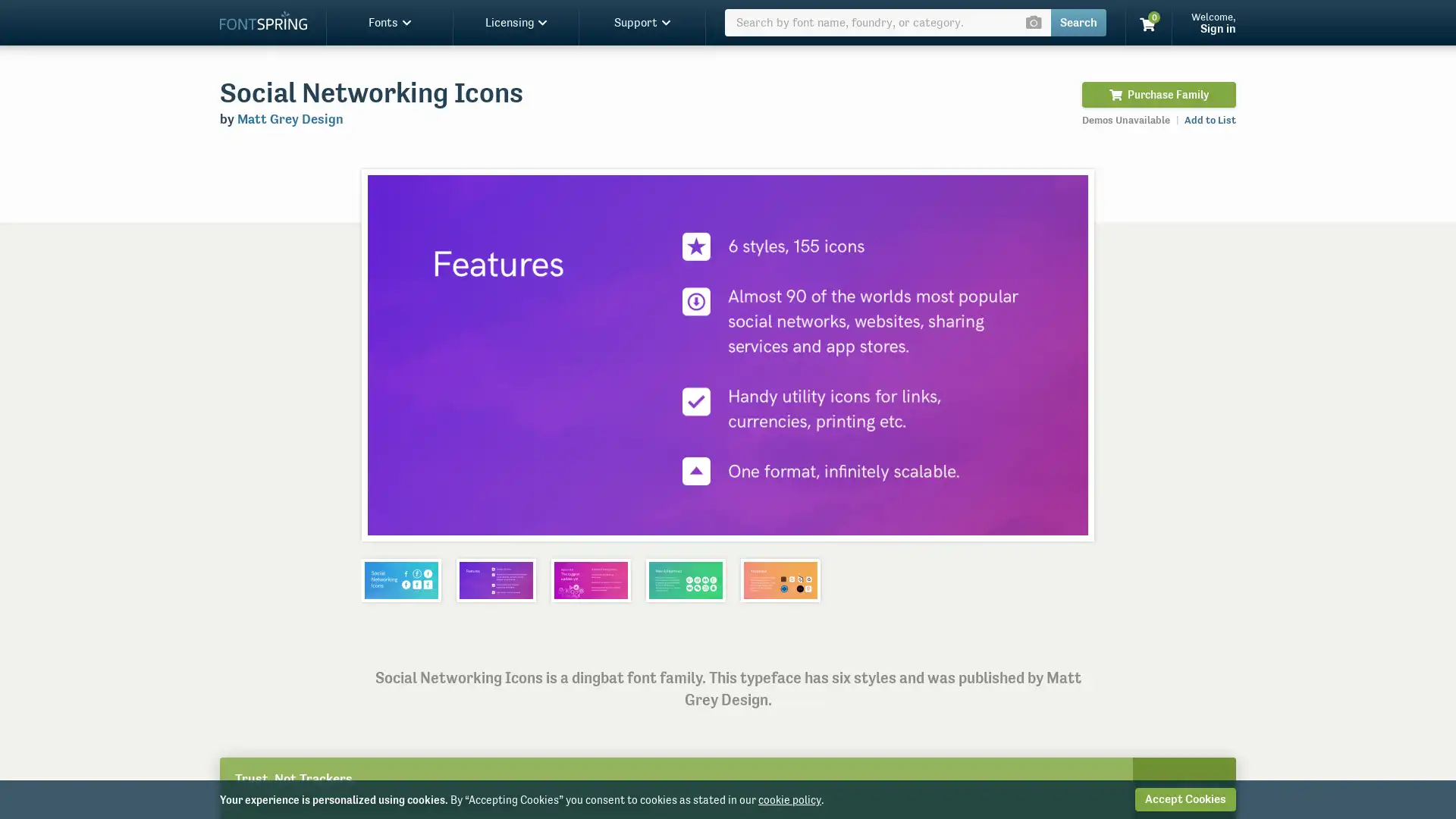 Image resolution: width=1456 pixels, height=819 pixels. Describe the element at coordinates (1065, 354) in the screenshot. I see `Next slide` at that location.